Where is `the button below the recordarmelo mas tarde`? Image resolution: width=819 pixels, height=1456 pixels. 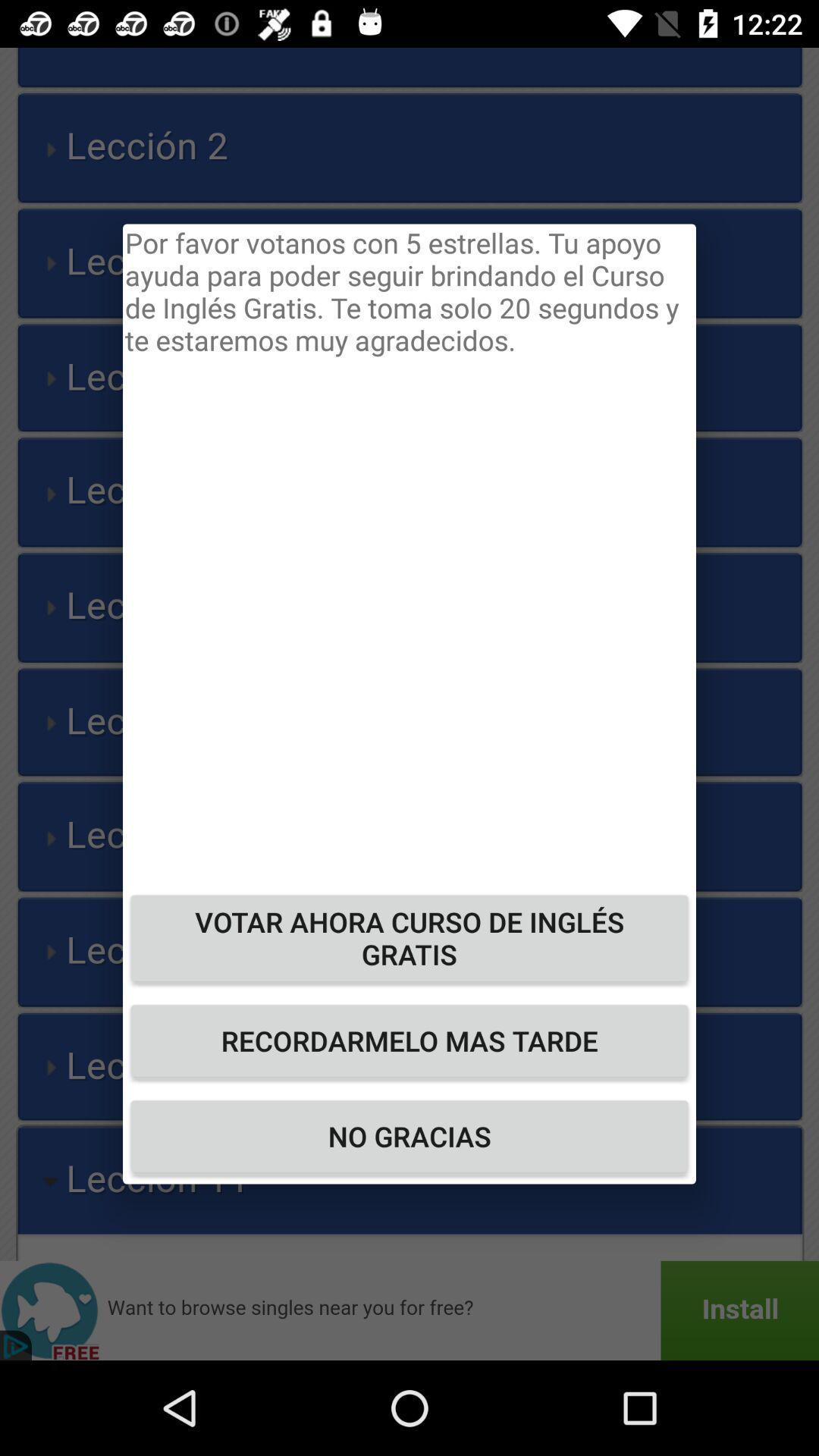
the button below the recordarmelo mas tarde is located at coordinates (409, 1136).